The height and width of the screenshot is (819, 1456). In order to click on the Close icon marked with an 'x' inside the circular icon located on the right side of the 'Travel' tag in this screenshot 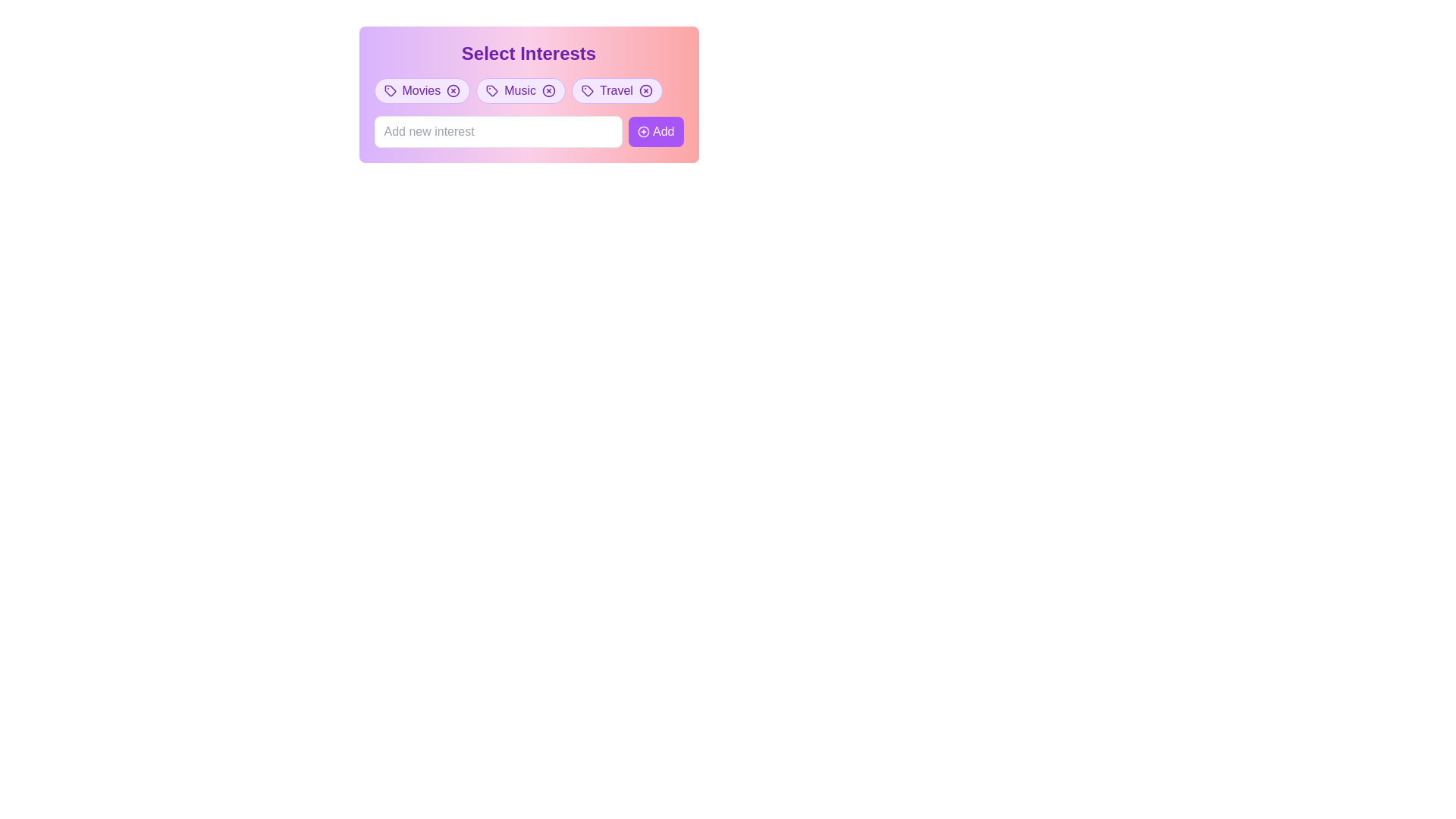, I will do `click(645, 90)`.